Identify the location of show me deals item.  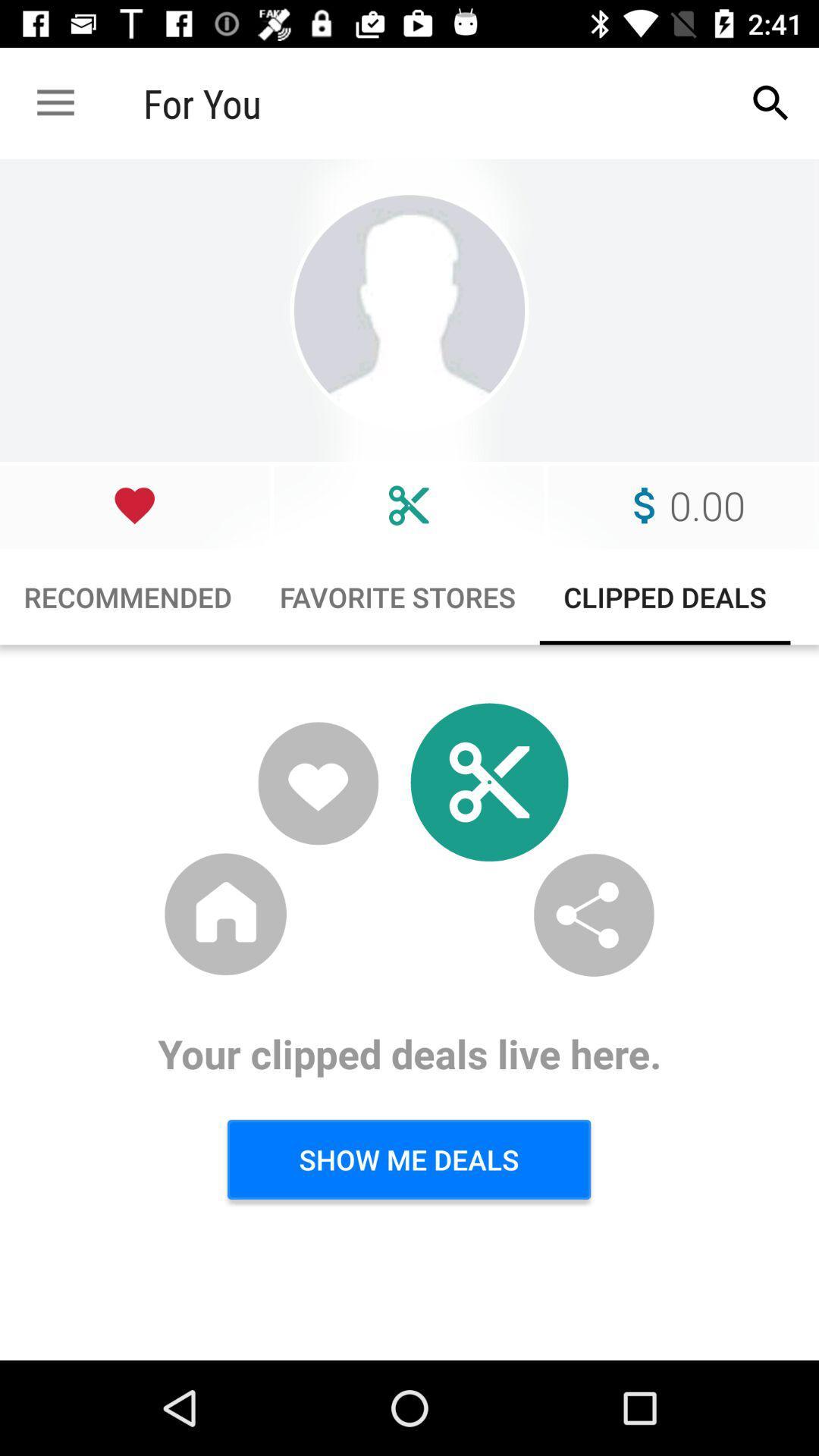
(408, 1159).